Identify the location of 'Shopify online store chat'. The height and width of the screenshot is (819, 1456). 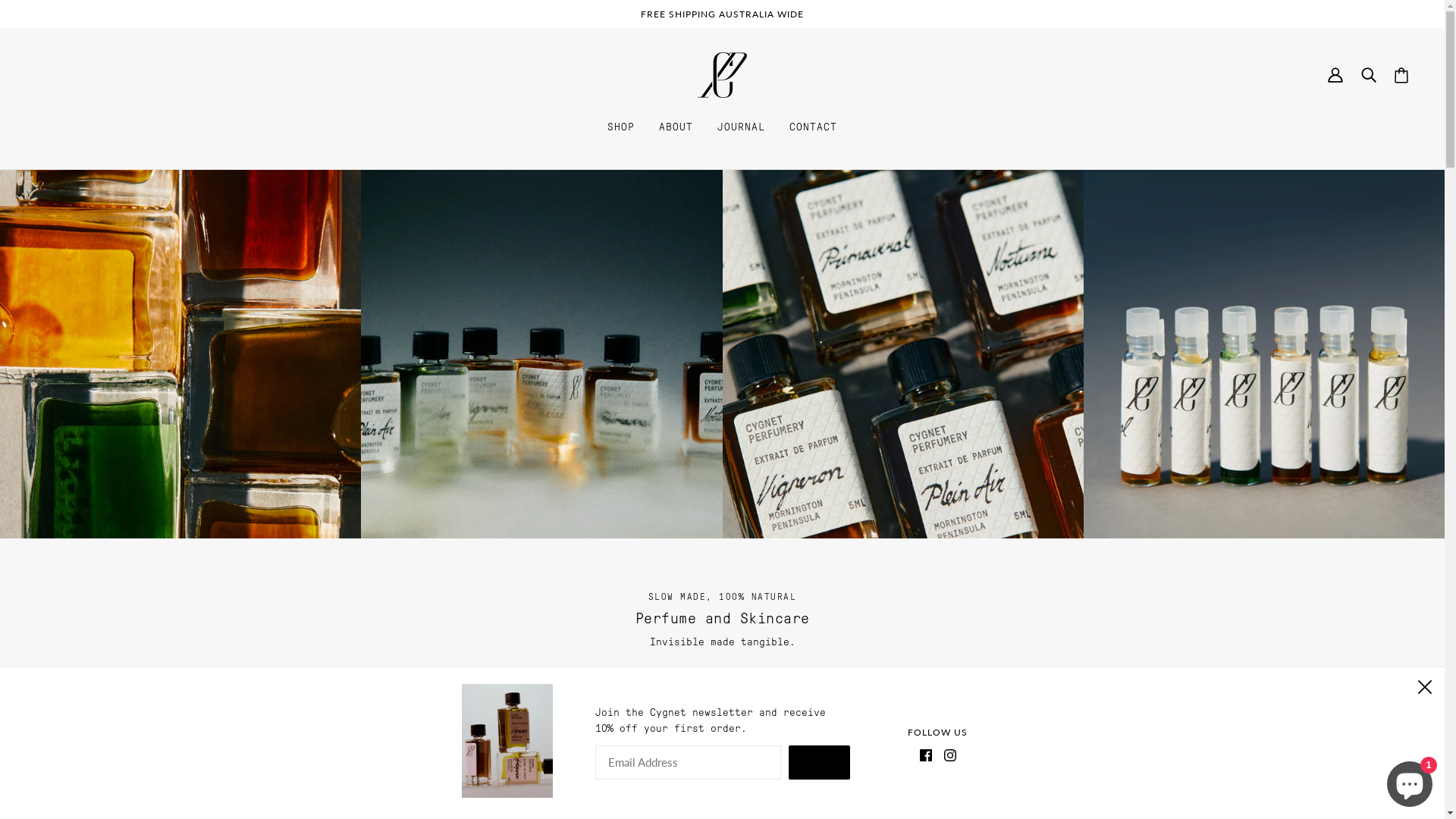
(1408, 780).